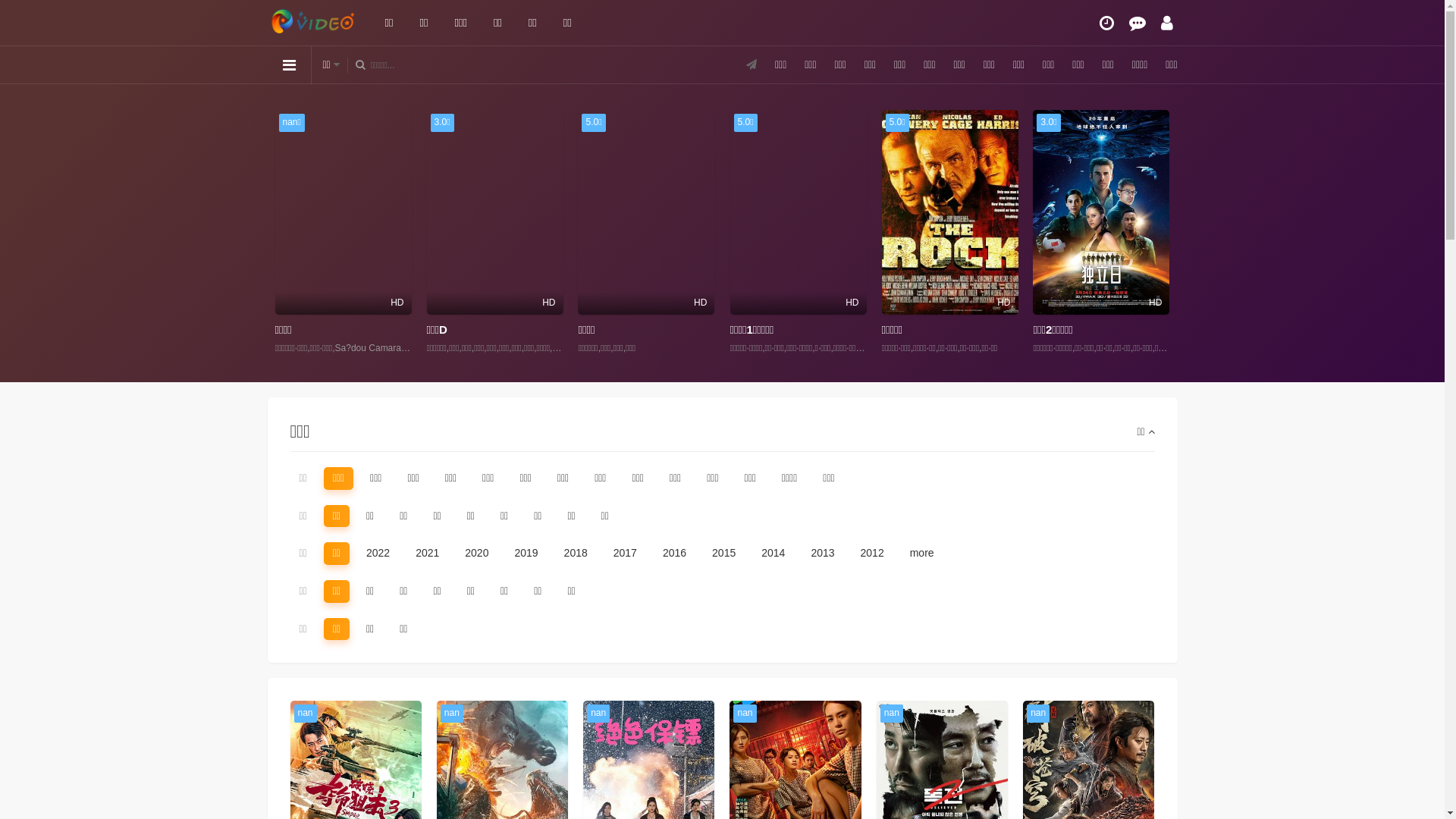 Image resolution: width=1456 pixels, height=819 pixels. What do you see at coordinates (575, 553) in the screenshot?
I see `'2018'` at bounding box center [575, 553].